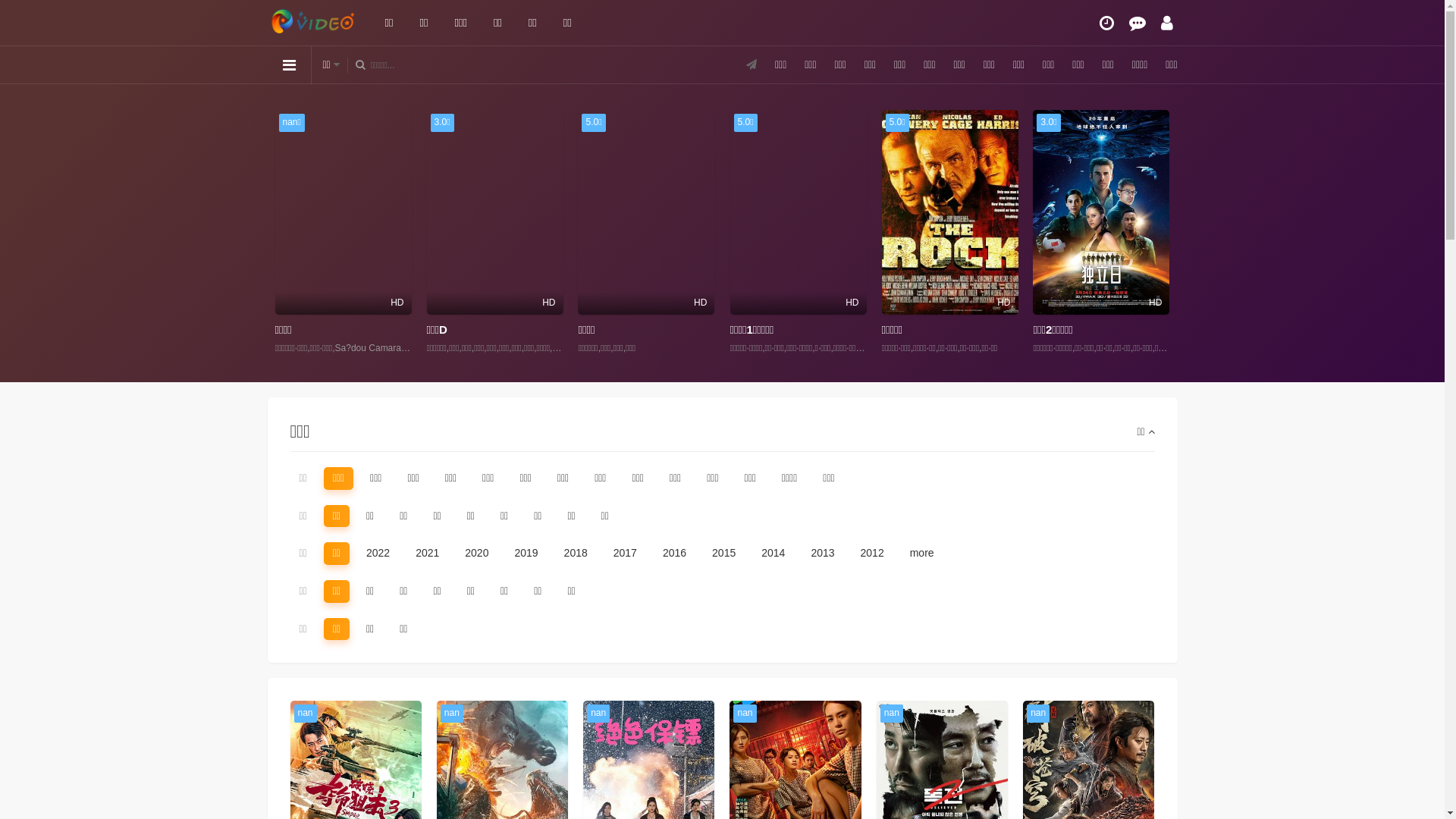 Image resolution: width=1456 pixels, height=819 pixels. What do you see at coordinates (575, 553) in the screenshot?
I see `'2018'` at bounding box center [575, 553].